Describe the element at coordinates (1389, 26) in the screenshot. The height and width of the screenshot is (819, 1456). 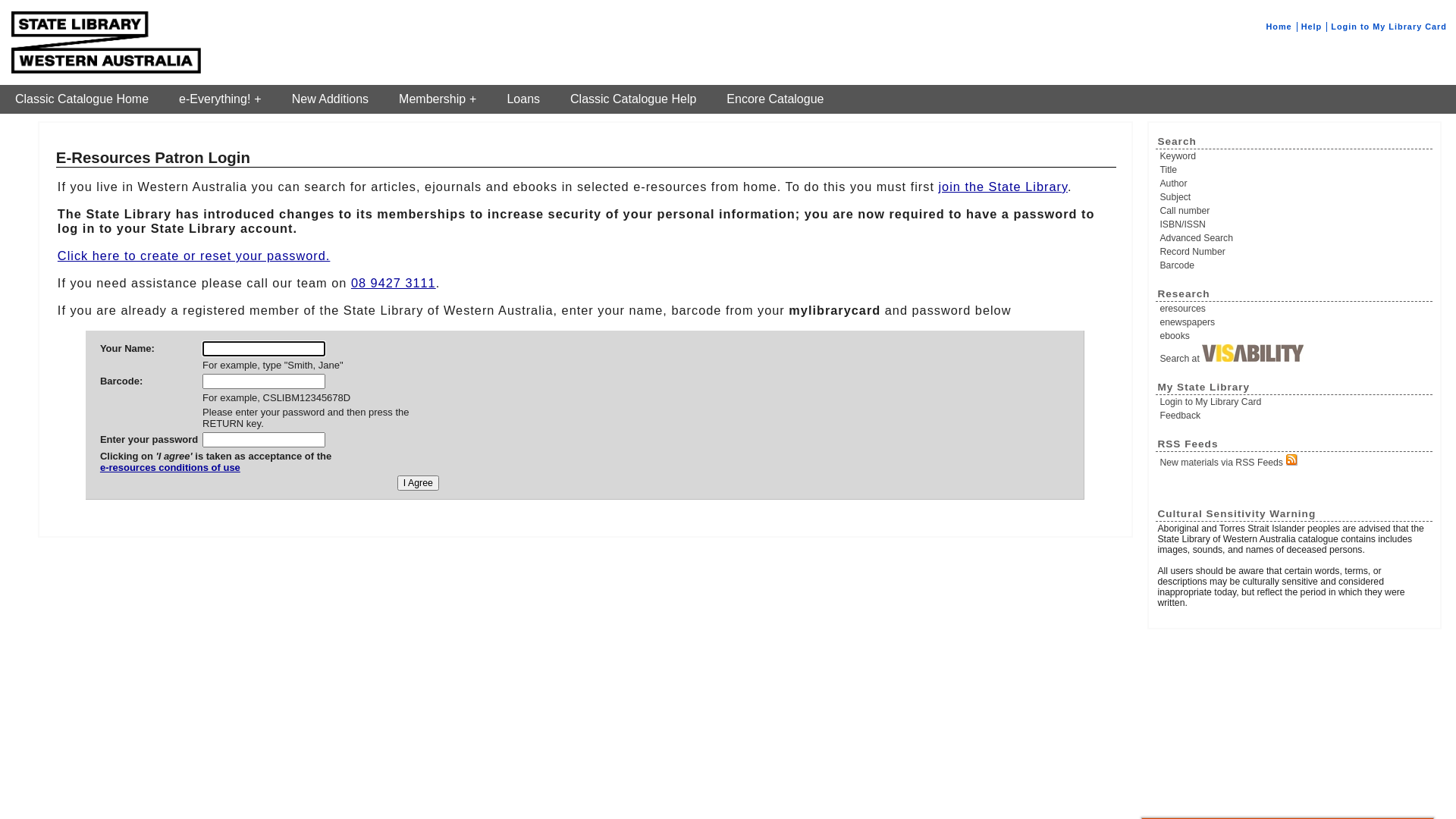
I see `'Login to My Library Card'` at that location.